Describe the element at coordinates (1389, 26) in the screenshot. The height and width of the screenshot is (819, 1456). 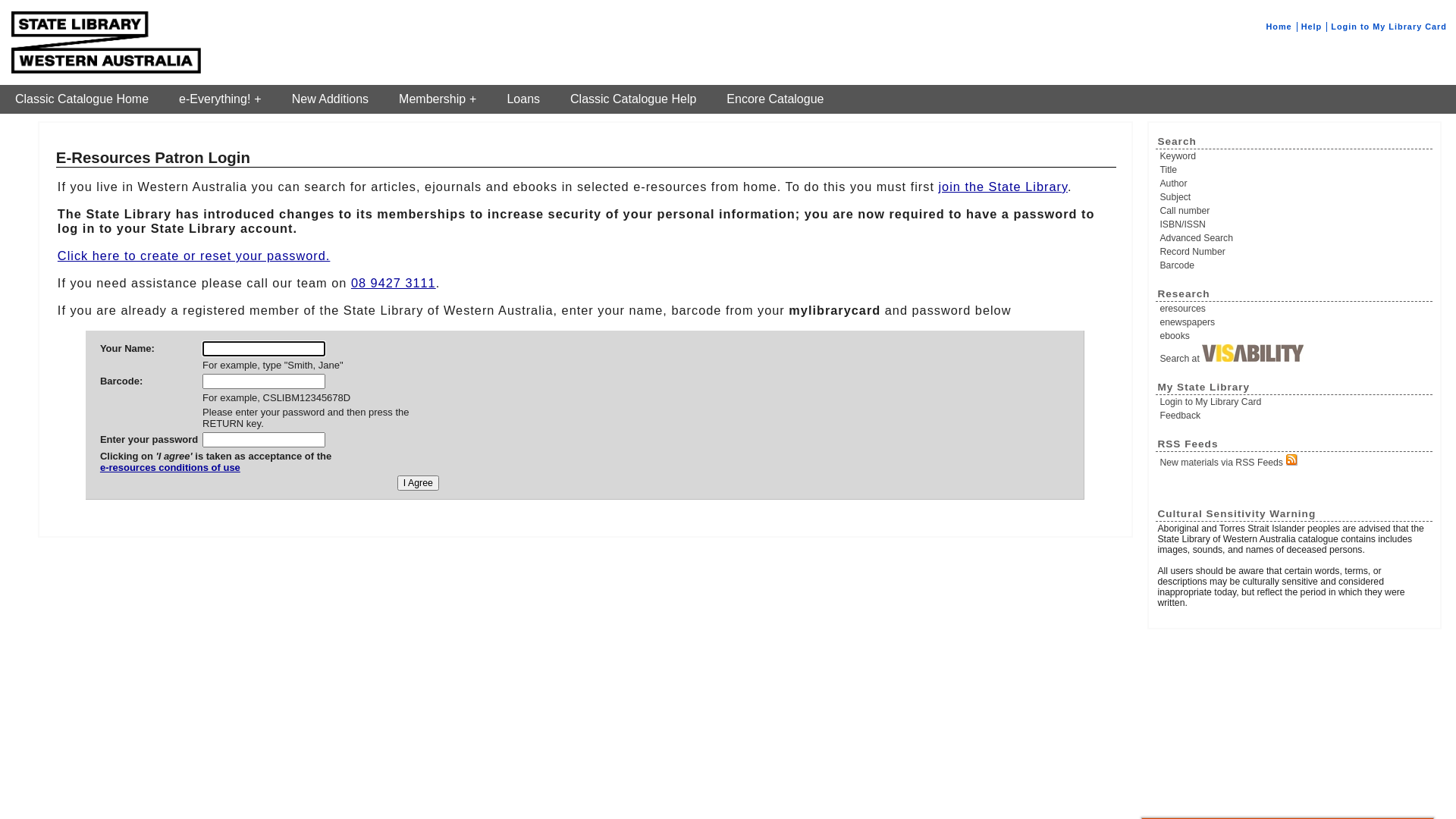
I see `'Login to My Library Card'` at that location.